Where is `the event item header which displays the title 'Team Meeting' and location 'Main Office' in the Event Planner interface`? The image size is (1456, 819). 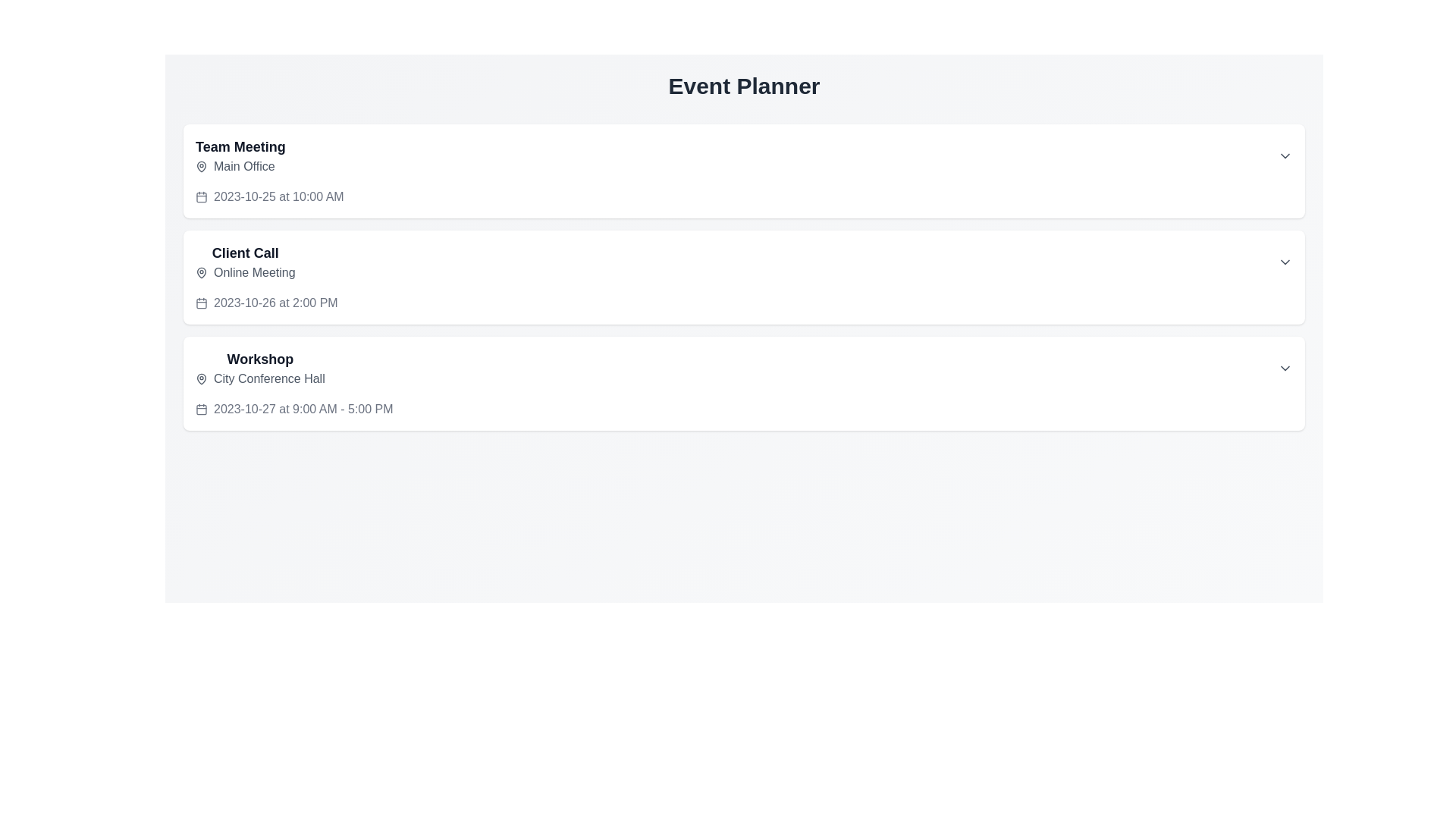 the event item header which displays the title 'Team Meeting' and location 'Main Office' in the Event Planner interface is located at coordinates (240, 155).